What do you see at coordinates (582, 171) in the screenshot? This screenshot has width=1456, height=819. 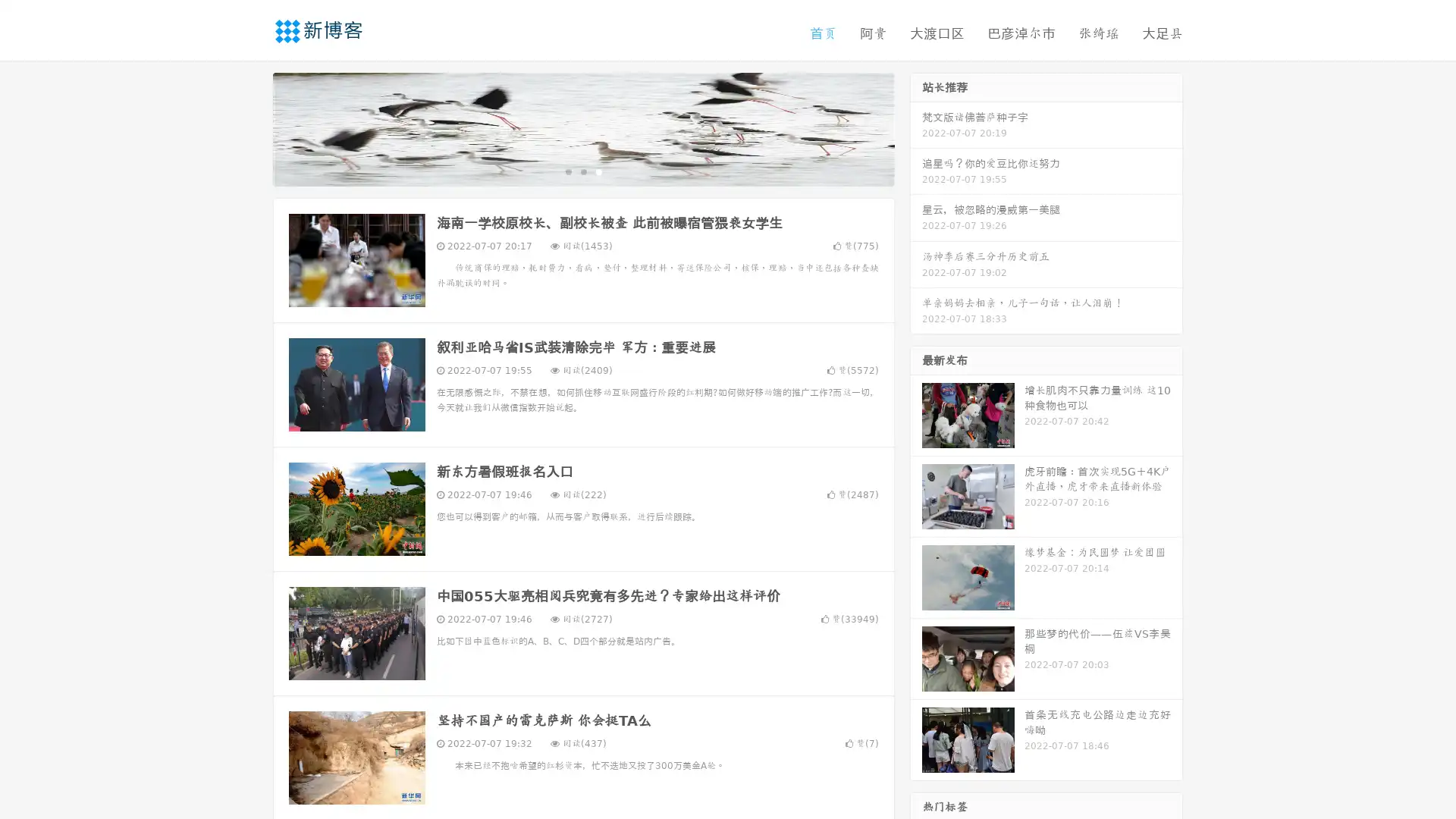 I see `Go to slide 2` at bounding box center [582, 171].